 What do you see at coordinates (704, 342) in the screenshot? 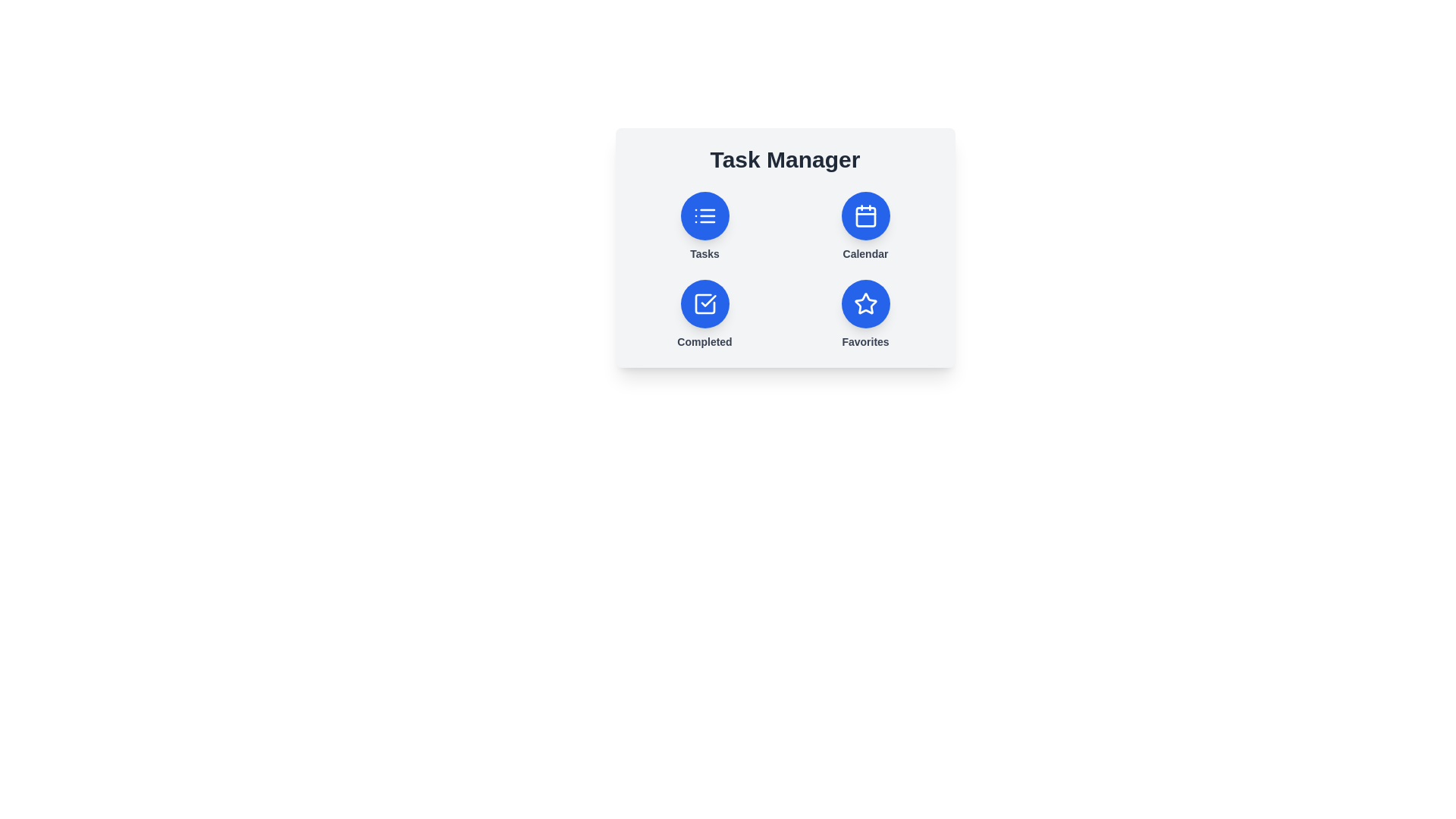
I see `the static text label displaying 'Completed', which is positioned below a circular blue icon with a checkmark` at bounding box center [704, 342].